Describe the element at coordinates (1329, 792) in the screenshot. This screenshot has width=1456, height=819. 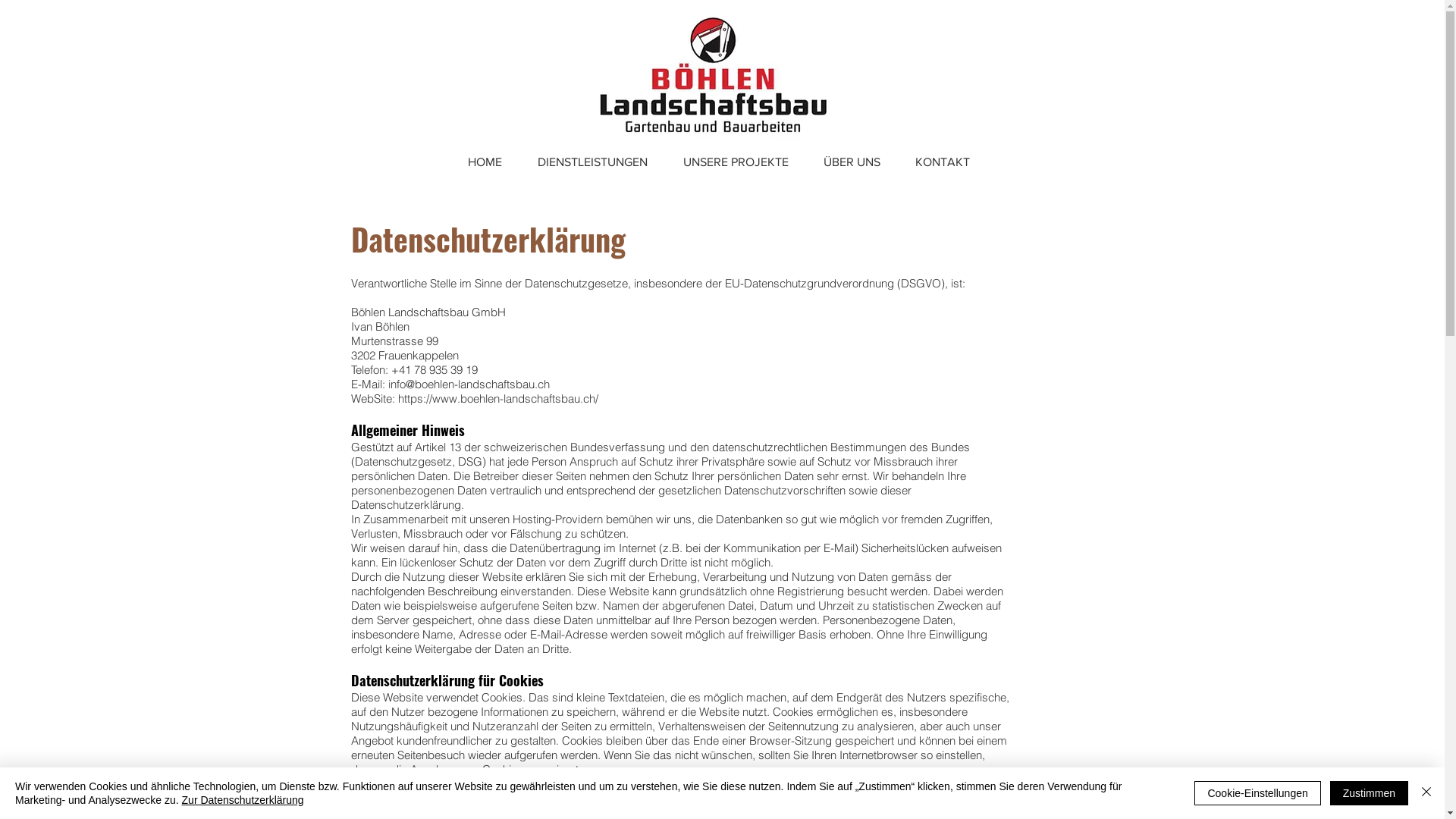
I see `'Zustimmen'` at that location.